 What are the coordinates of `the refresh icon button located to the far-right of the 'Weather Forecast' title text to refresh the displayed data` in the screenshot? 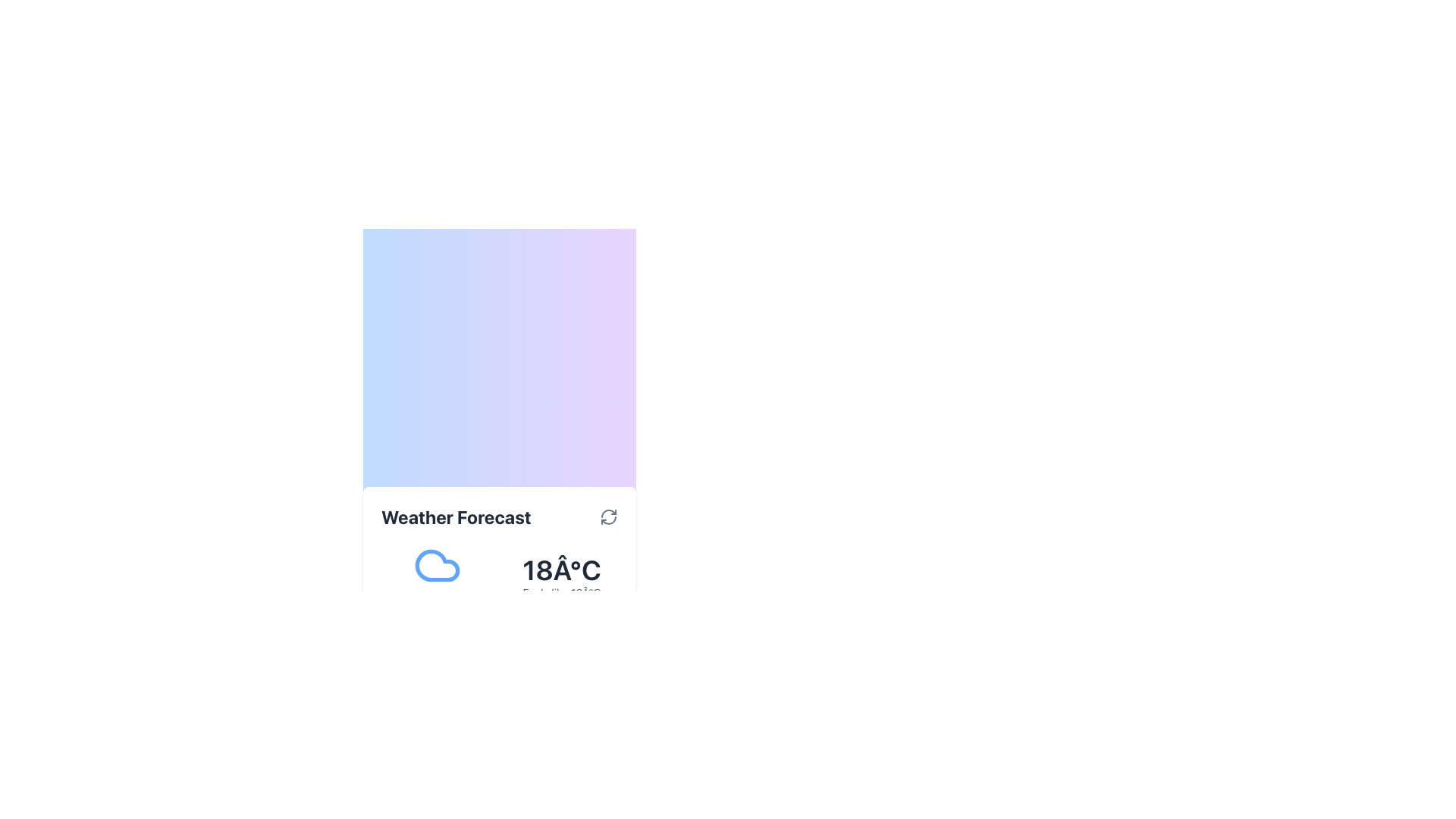 It's located at (608, 516).